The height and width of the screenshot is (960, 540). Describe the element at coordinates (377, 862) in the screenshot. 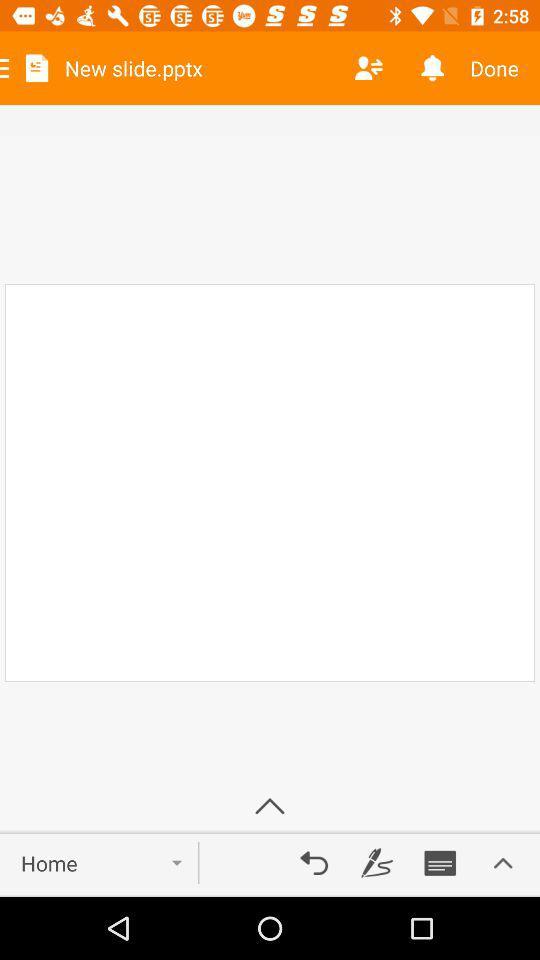

I see `pencil tool` at that location.